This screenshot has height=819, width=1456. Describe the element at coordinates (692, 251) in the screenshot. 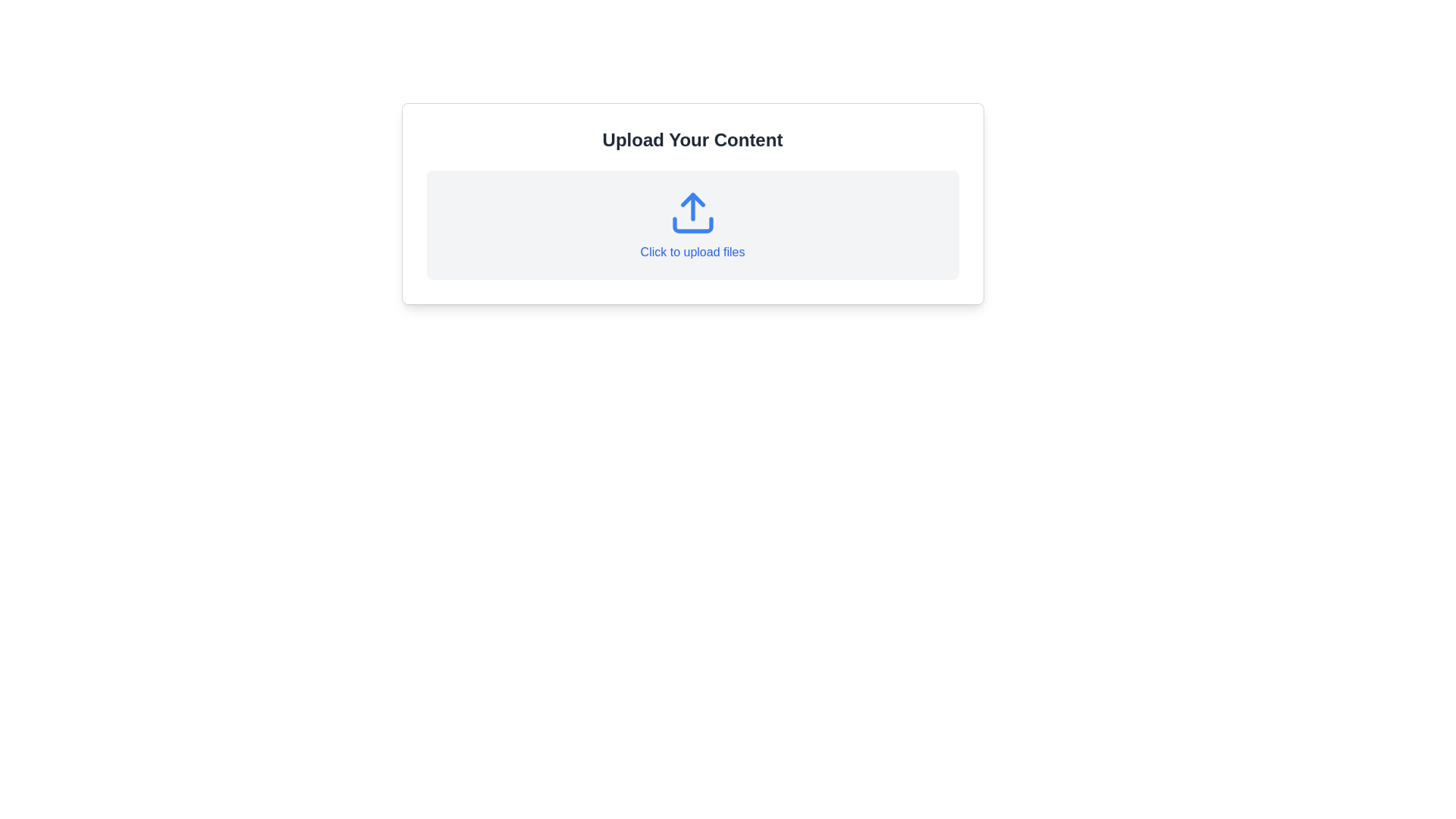

I see `the text label element styled in blue with the text 'Click to upload files', positioned beneath the upload icon within the bordered upload section` at that location.